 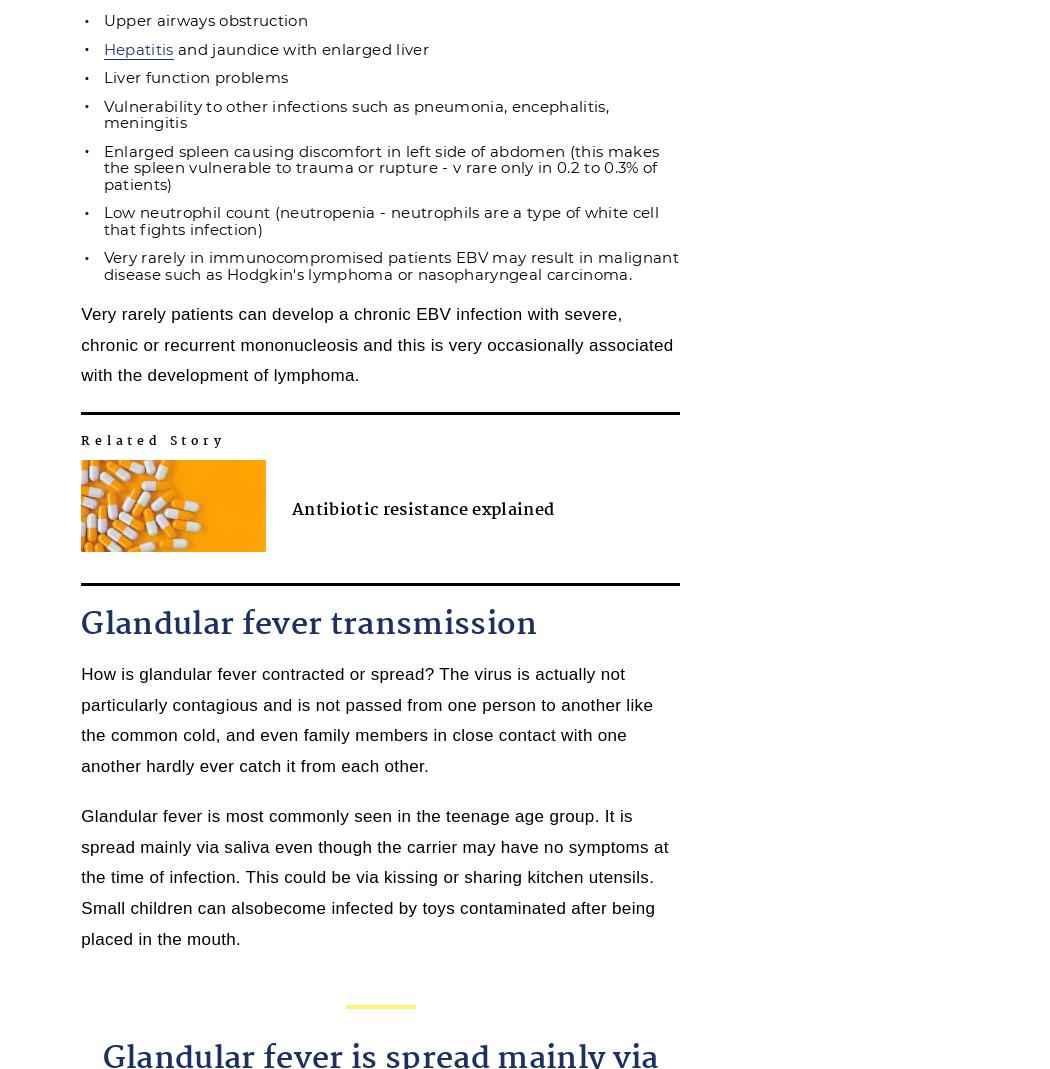 I want to click on 'Hepatitis', so click(x=136, y=47).